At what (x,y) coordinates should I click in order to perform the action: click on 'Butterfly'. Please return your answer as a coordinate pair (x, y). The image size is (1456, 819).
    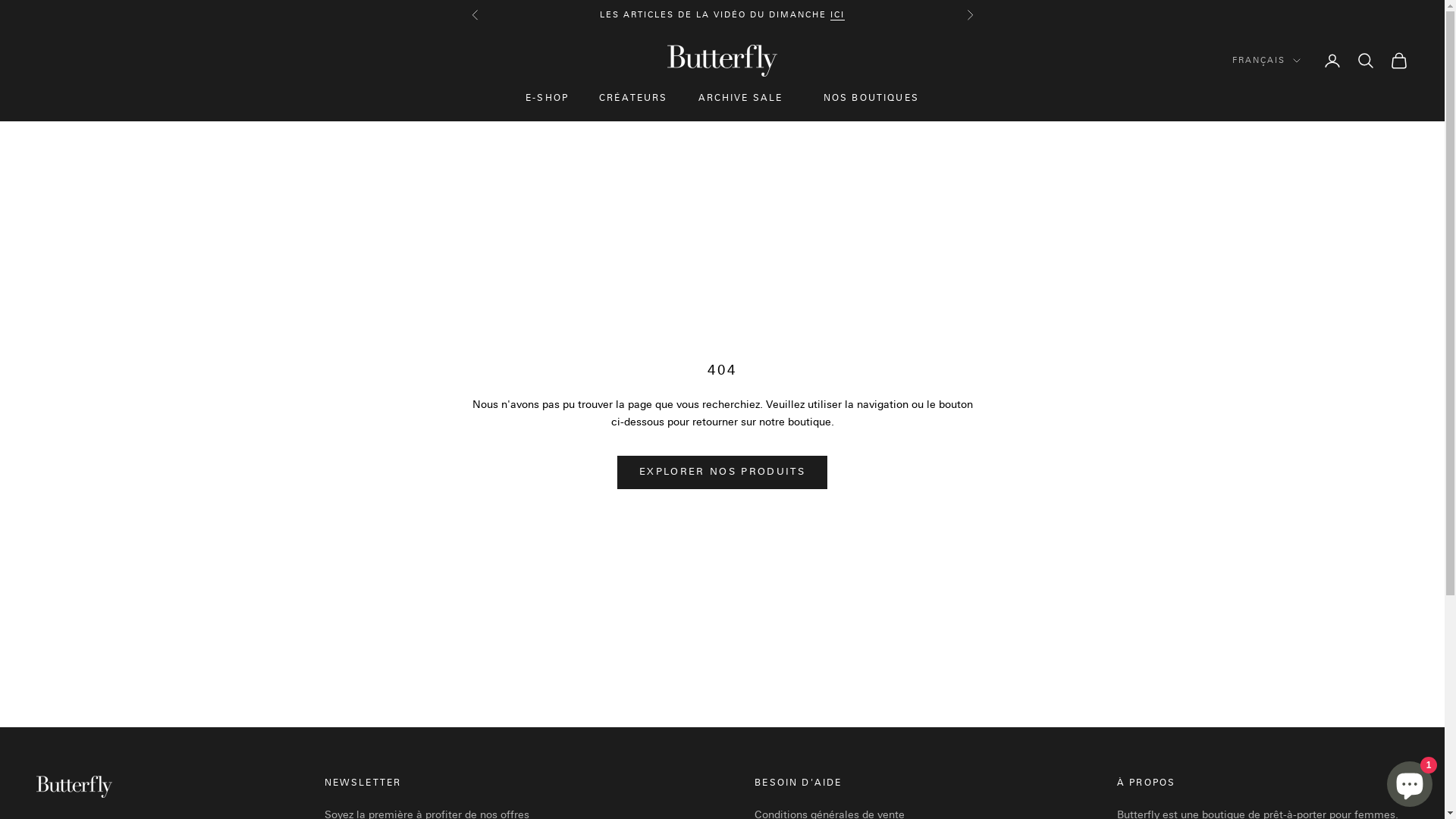
    Looking at the image, I should click on (721, 60).